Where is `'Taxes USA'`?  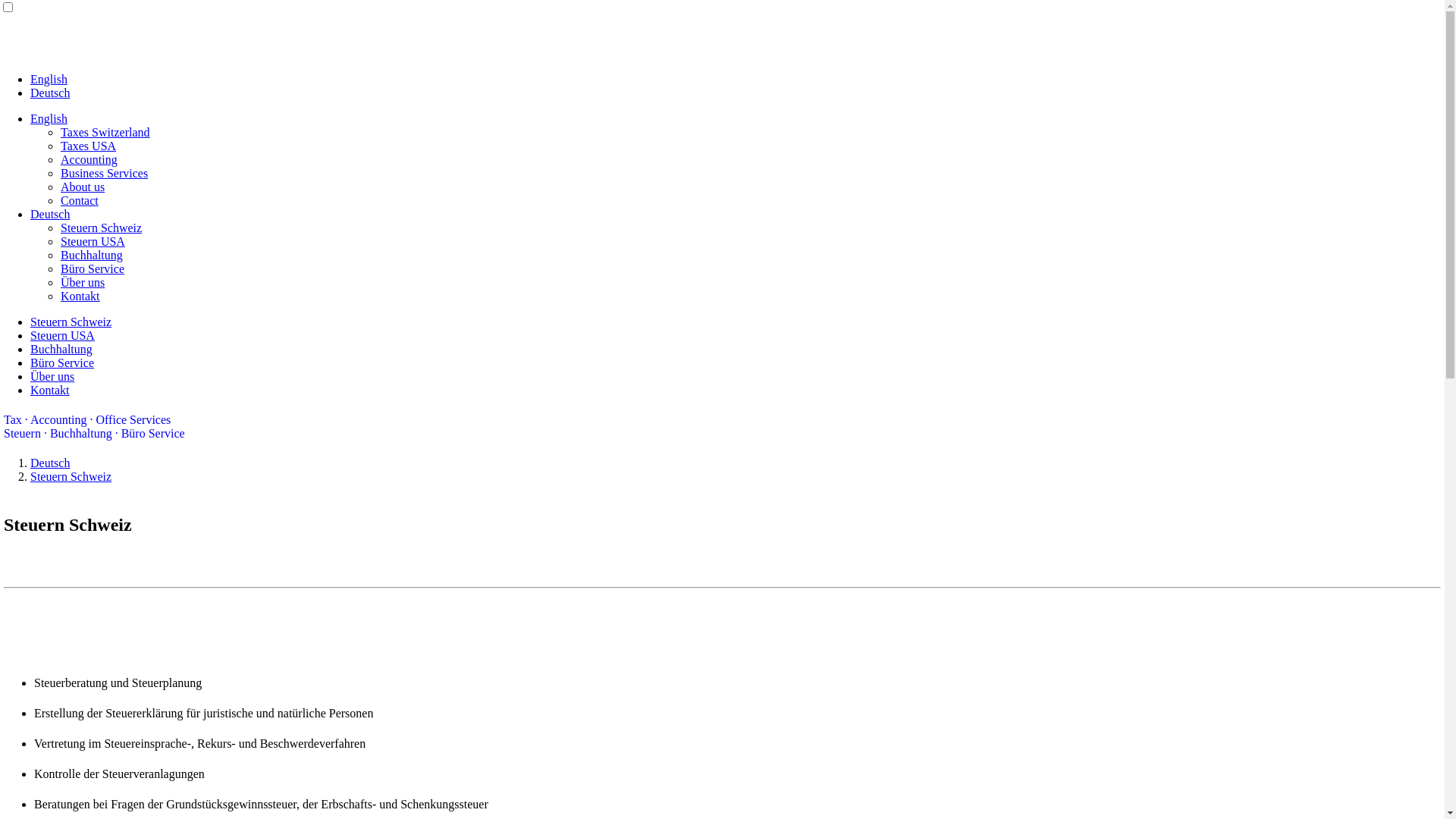 'Taxes USA' is located at coordinates (61, 146).